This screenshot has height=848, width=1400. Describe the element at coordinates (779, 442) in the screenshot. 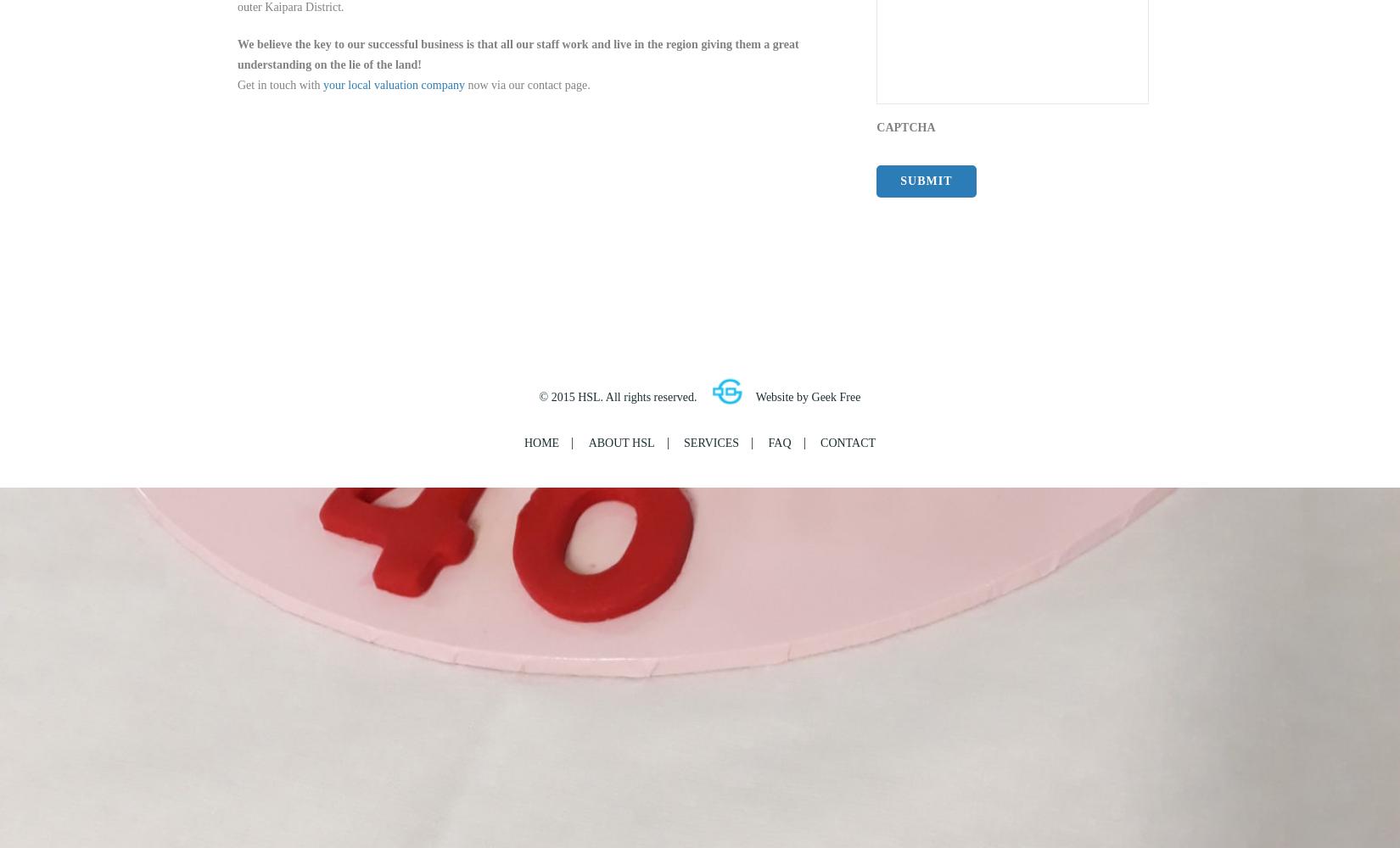

I see `'FAQ'` at that location.